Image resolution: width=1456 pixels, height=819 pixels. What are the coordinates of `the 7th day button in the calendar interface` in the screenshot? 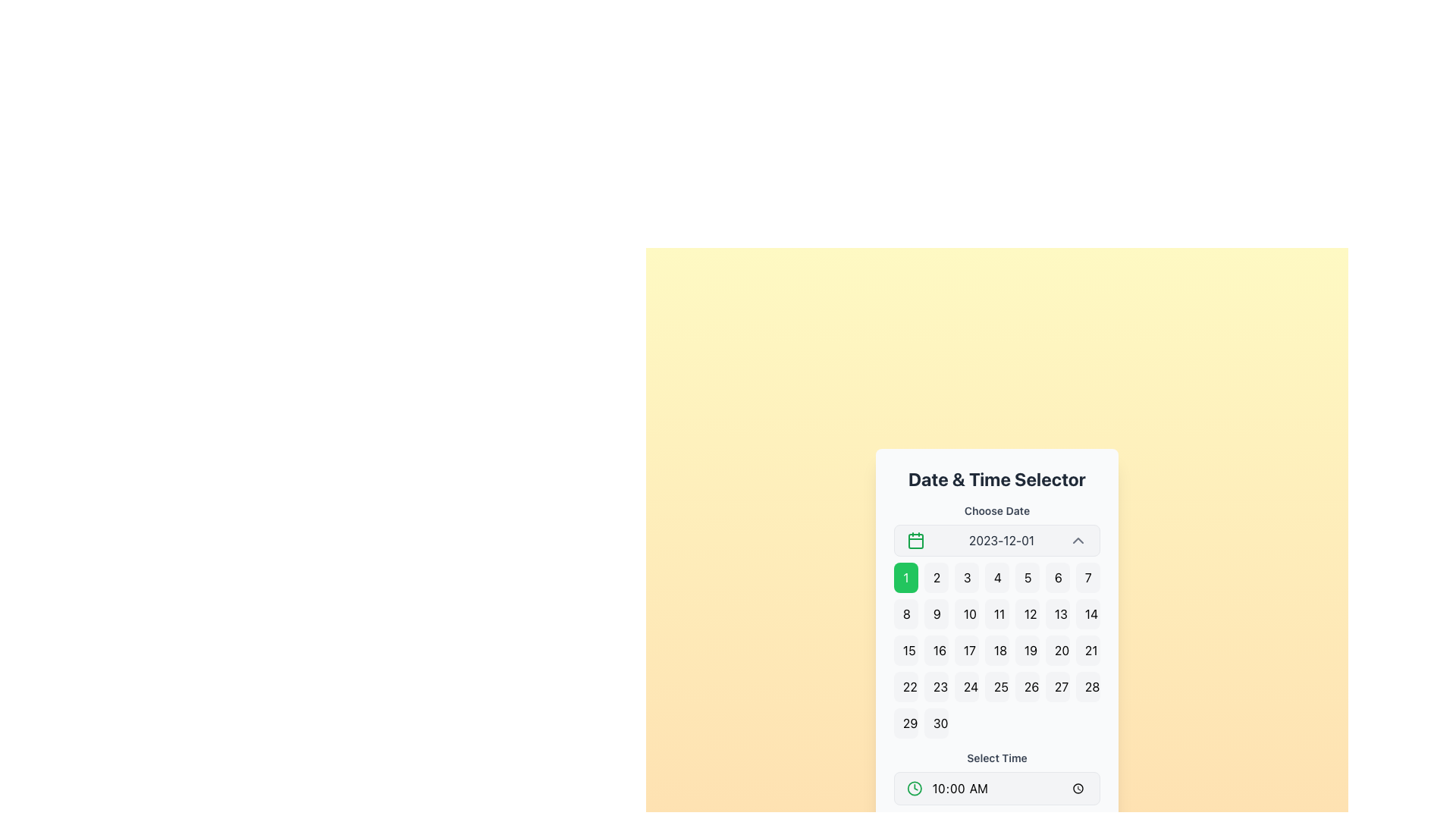 It's located at (1087, 578).